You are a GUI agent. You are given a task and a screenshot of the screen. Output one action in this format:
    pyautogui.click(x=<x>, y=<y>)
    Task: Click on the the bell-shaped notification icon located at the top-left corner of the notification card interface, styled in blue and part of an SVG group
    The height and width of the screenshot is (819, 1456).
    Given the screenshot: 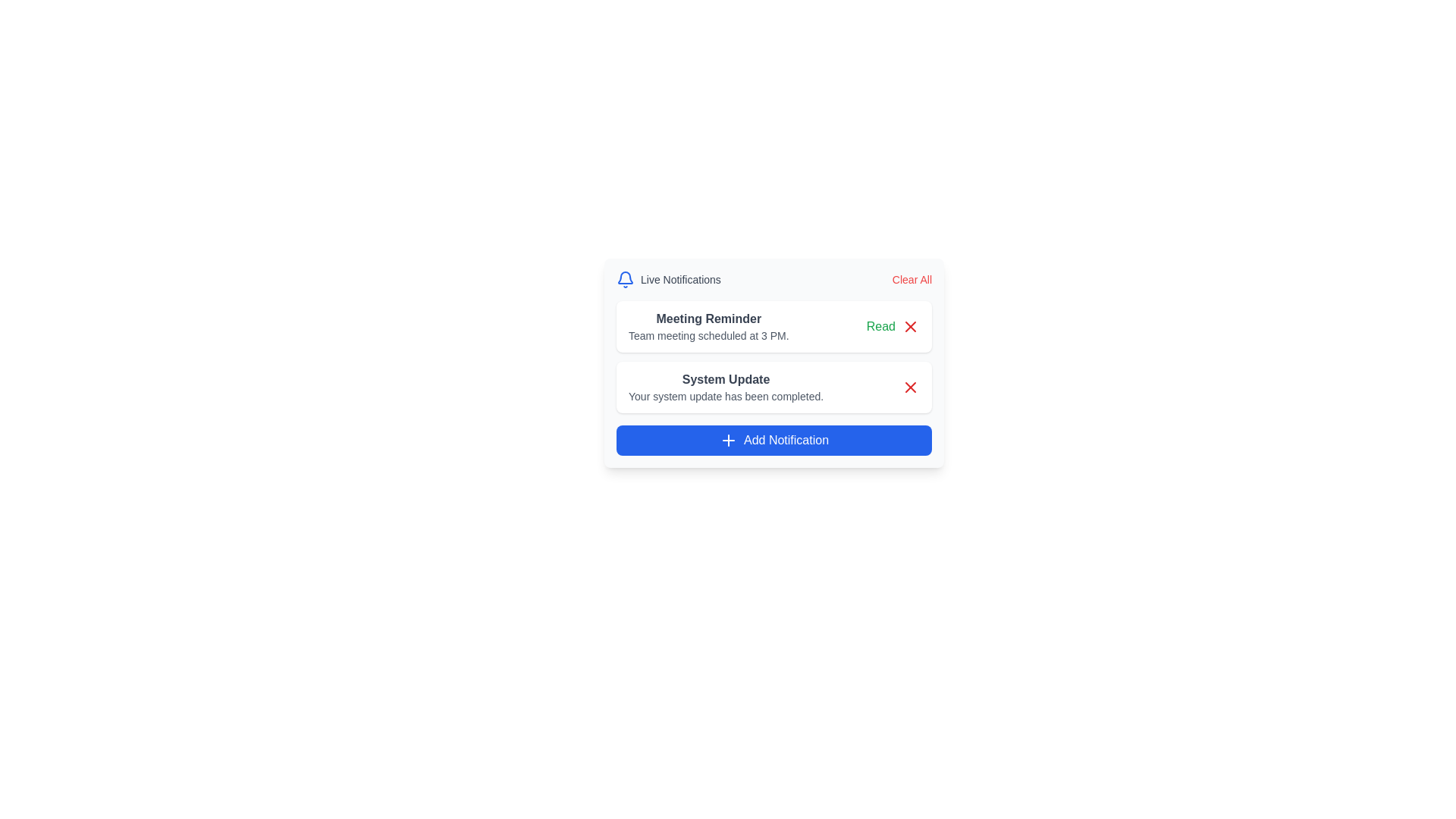 What is the action you would take?
    pyautogui.click(x=626, y=278)
    